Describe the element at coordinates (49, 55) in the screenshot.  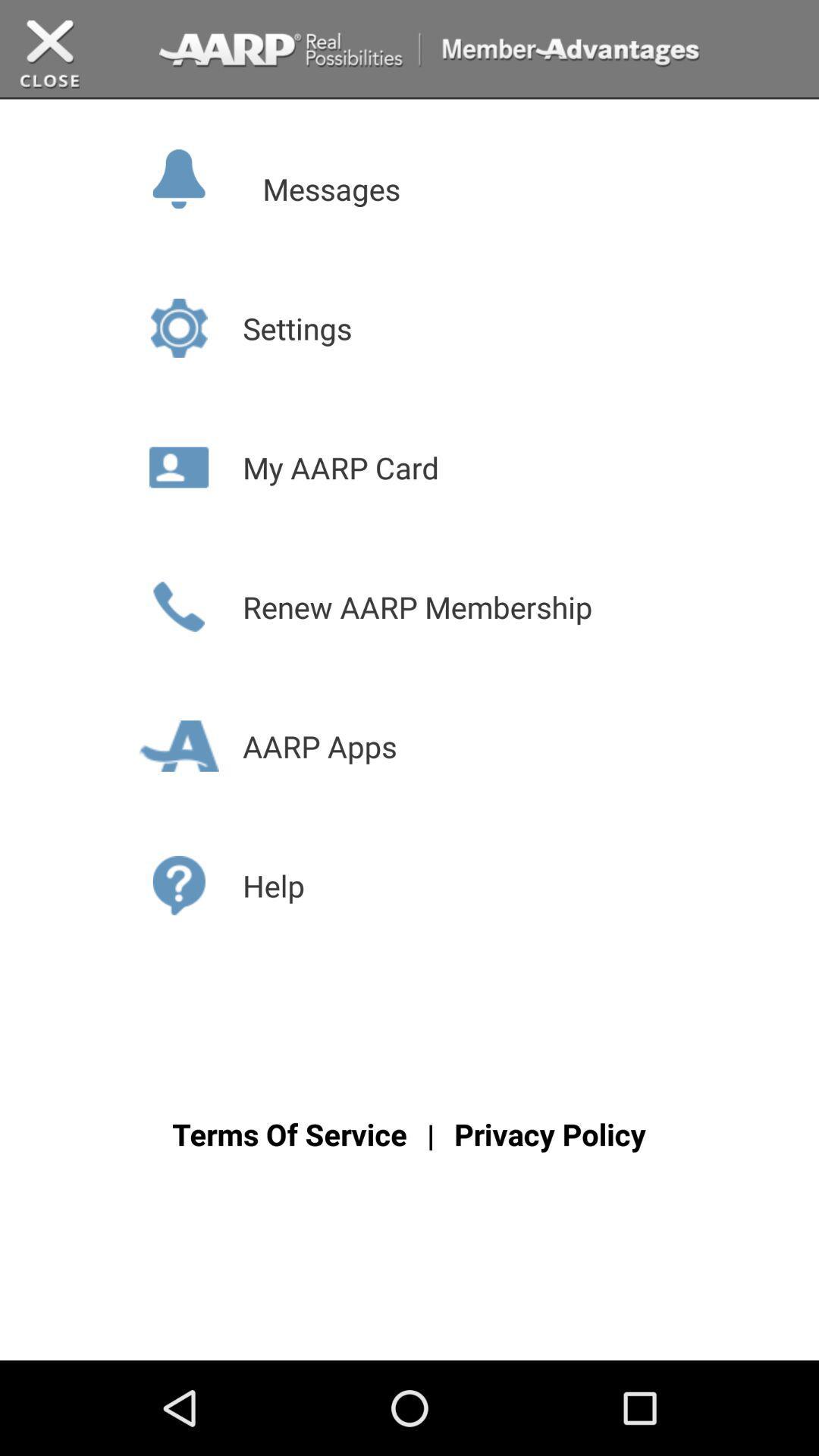
I see `close` at that location.